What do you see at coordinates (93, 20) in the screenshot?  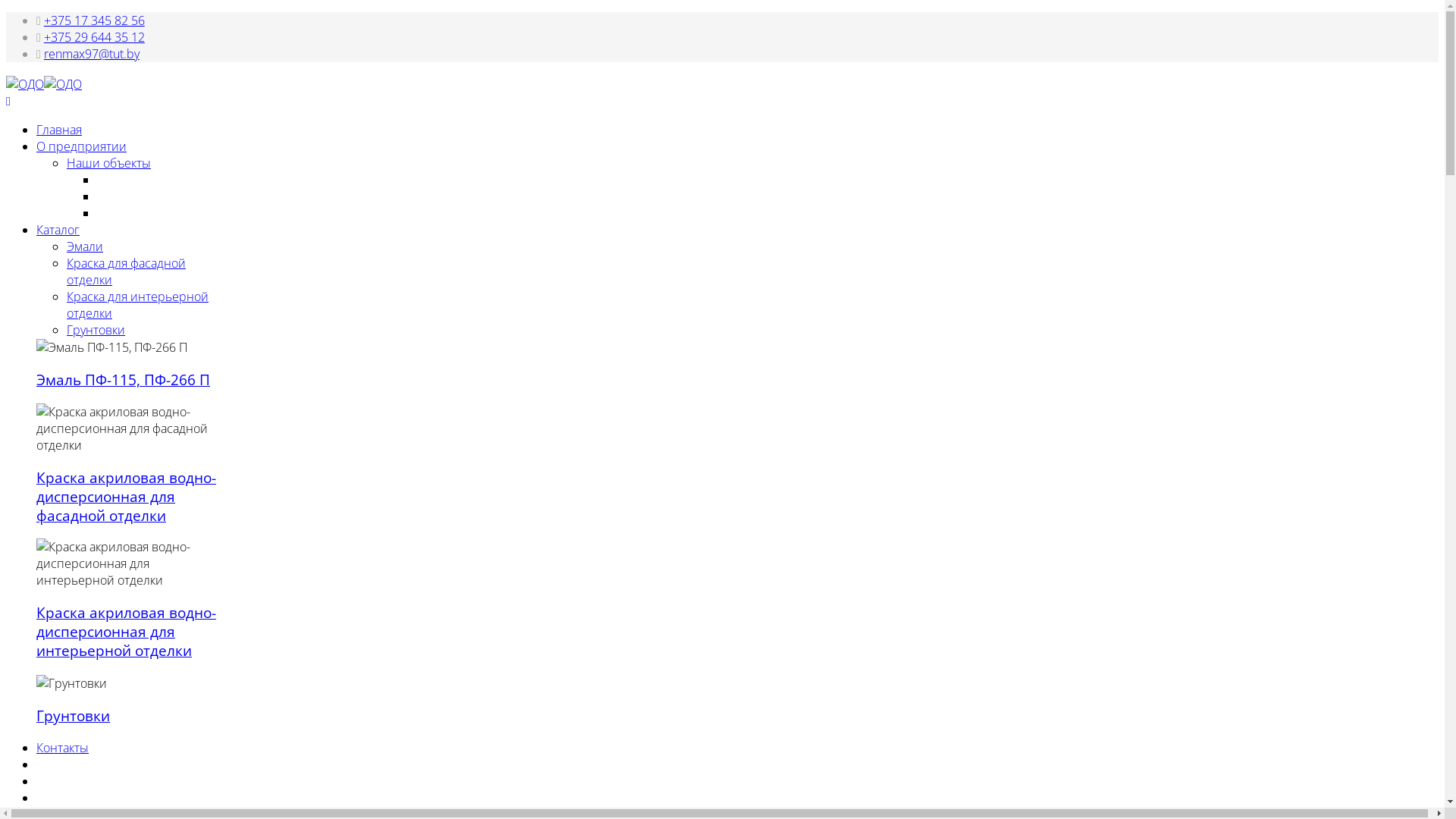 I see `'+375 17 345 82 56'` at bounding box center [93, 20].